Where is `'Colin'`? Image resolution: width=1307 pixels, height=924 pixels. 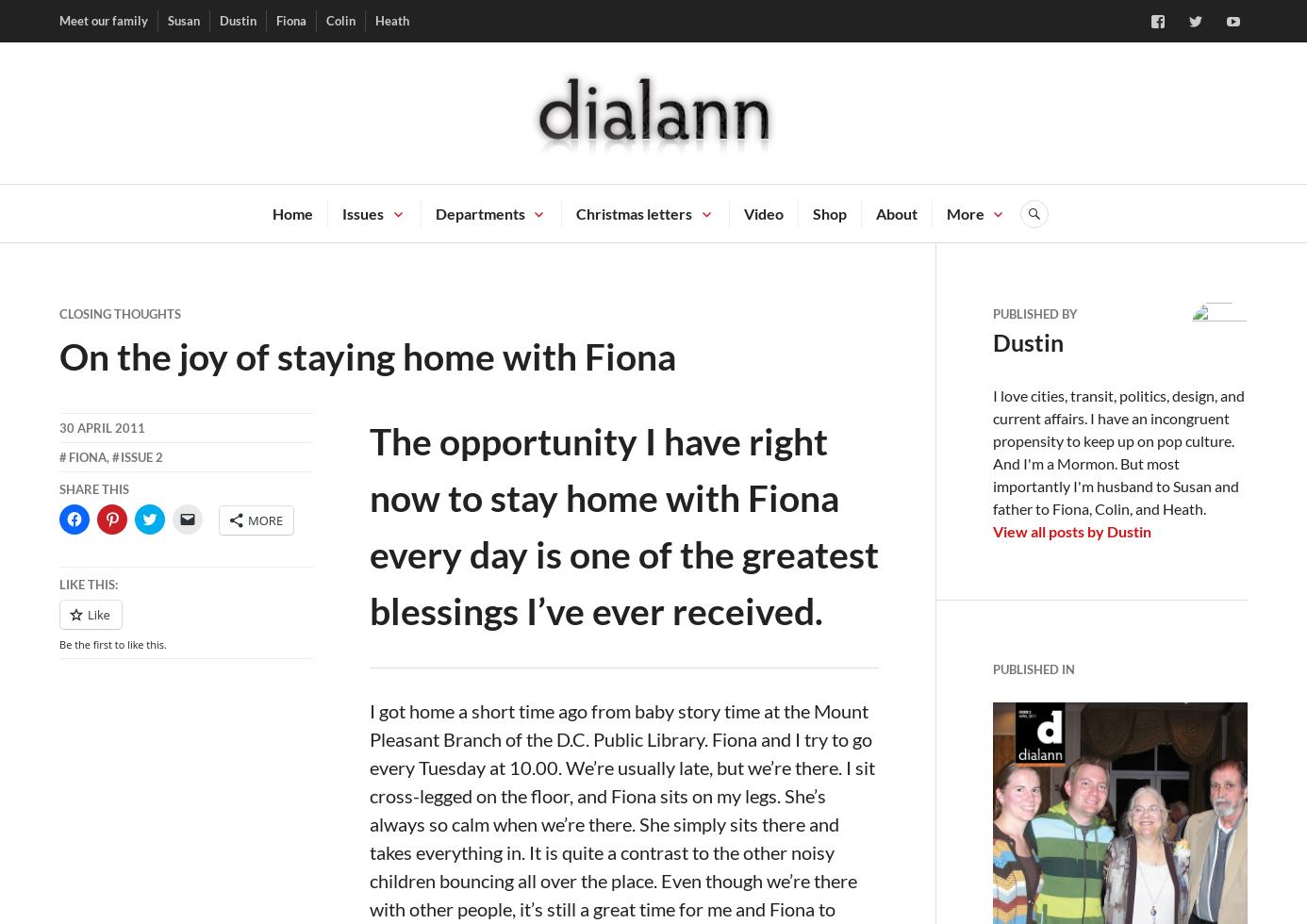 'Colin' is located at coordinates (339, 19).